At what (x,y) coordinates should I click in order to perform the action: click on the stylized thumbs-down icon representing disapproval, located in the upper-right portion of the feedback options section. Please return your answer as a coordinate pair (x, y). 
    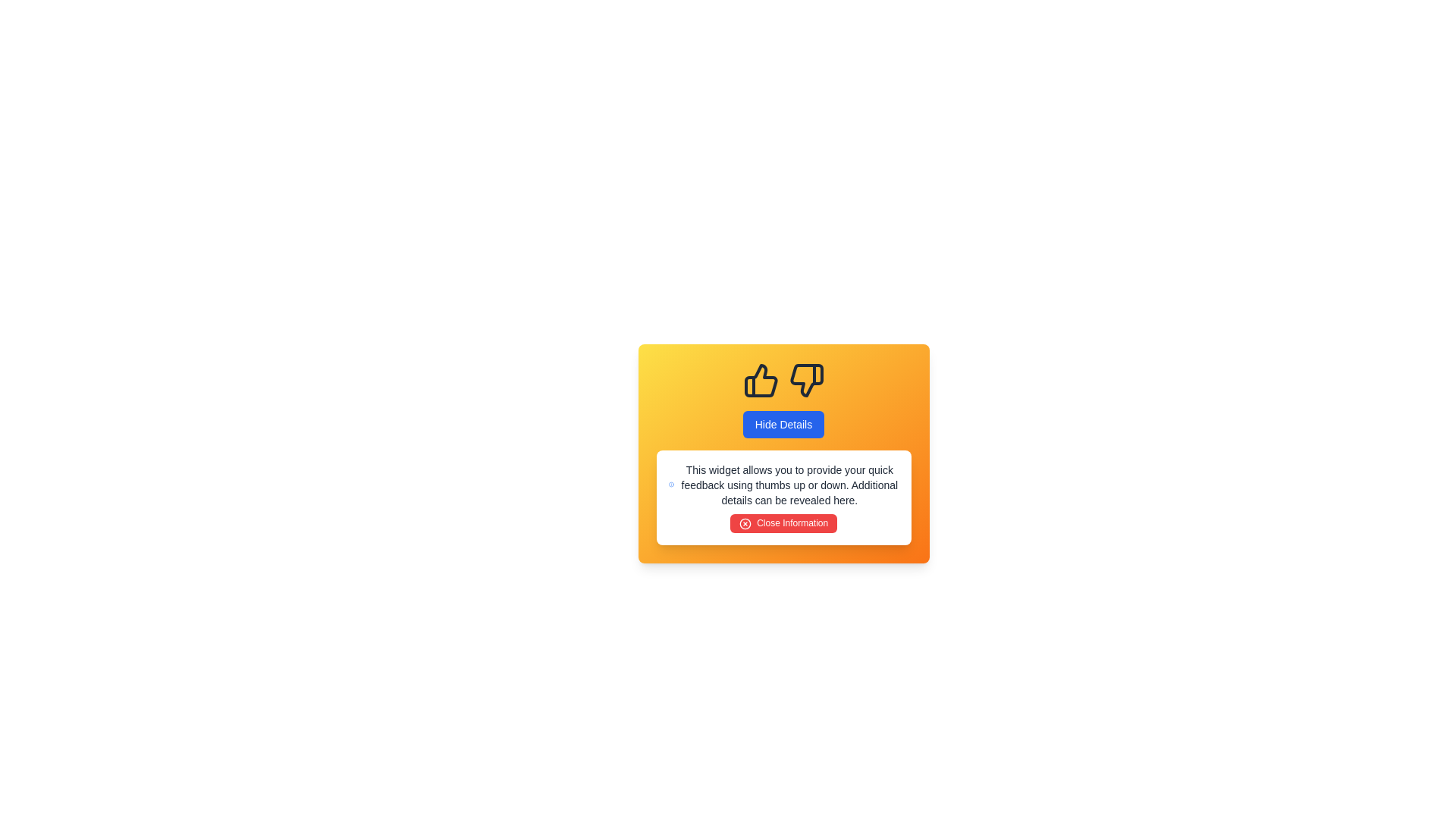
    Looking at the image, I should click on (805, 379).